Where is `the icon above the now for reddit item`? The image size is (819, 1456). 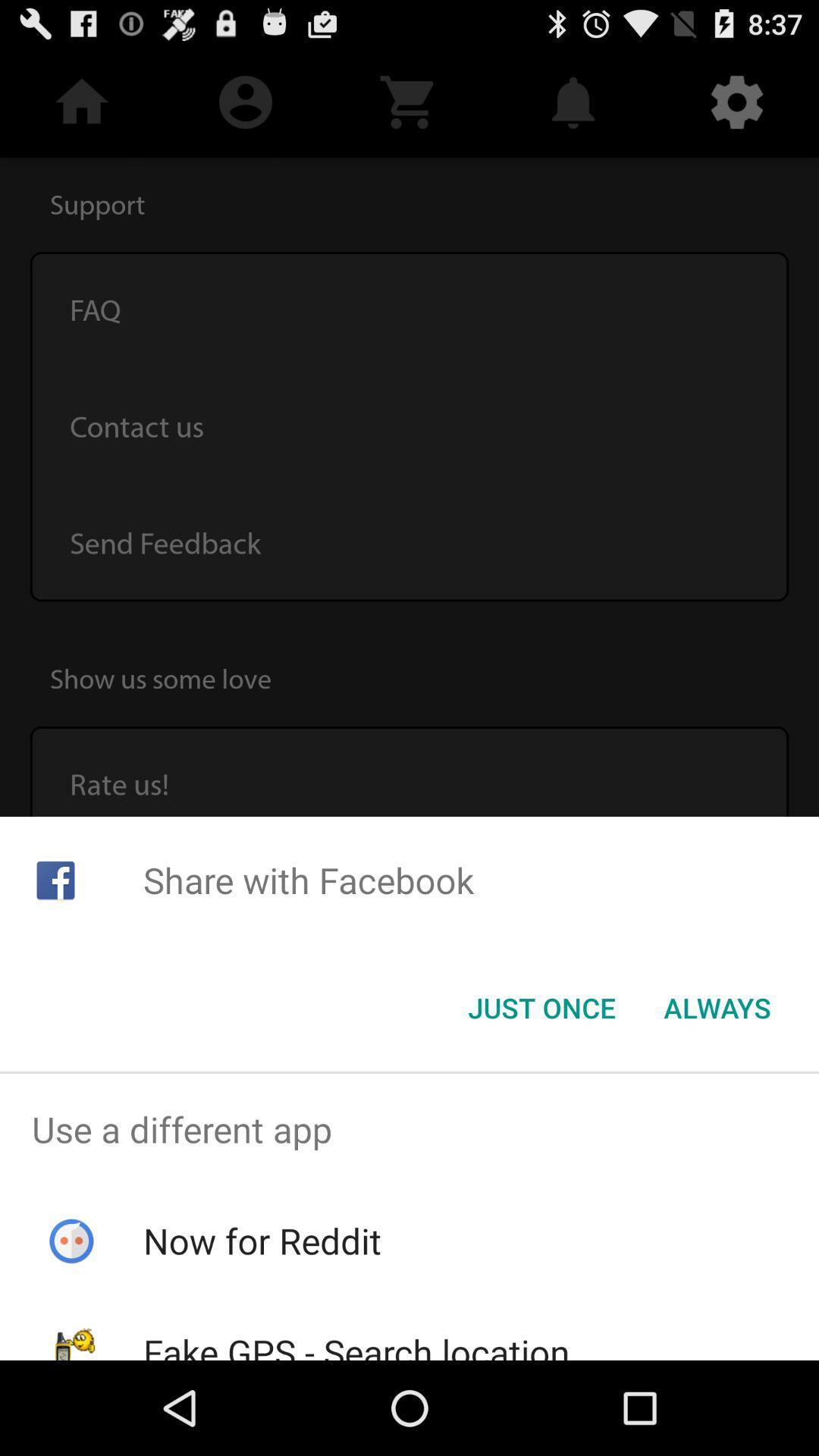 the icon above the now for reddit item is located at coordinates (409, 1129).